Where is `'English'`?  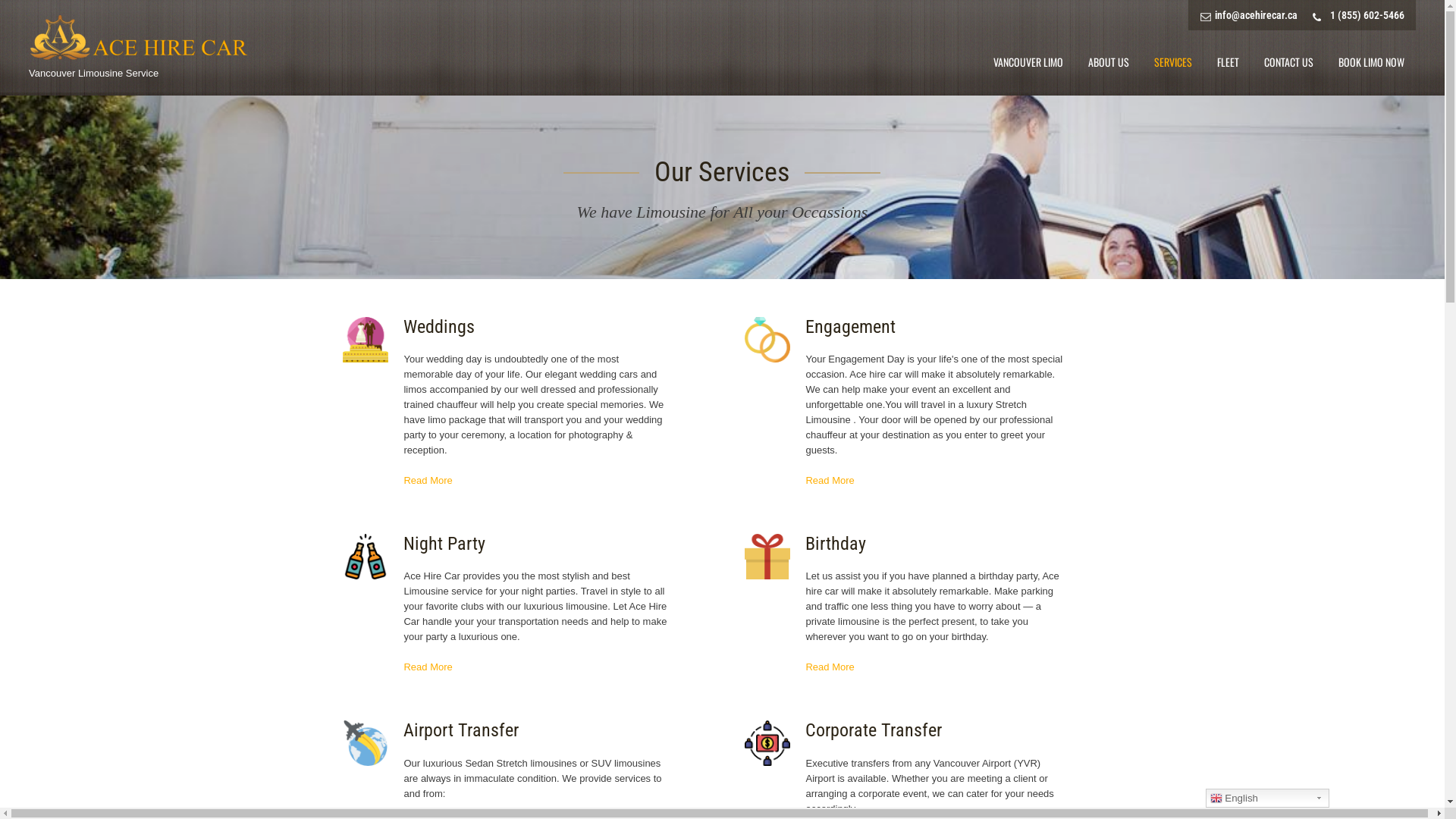
'English' is located at coordinates (1267, 797).